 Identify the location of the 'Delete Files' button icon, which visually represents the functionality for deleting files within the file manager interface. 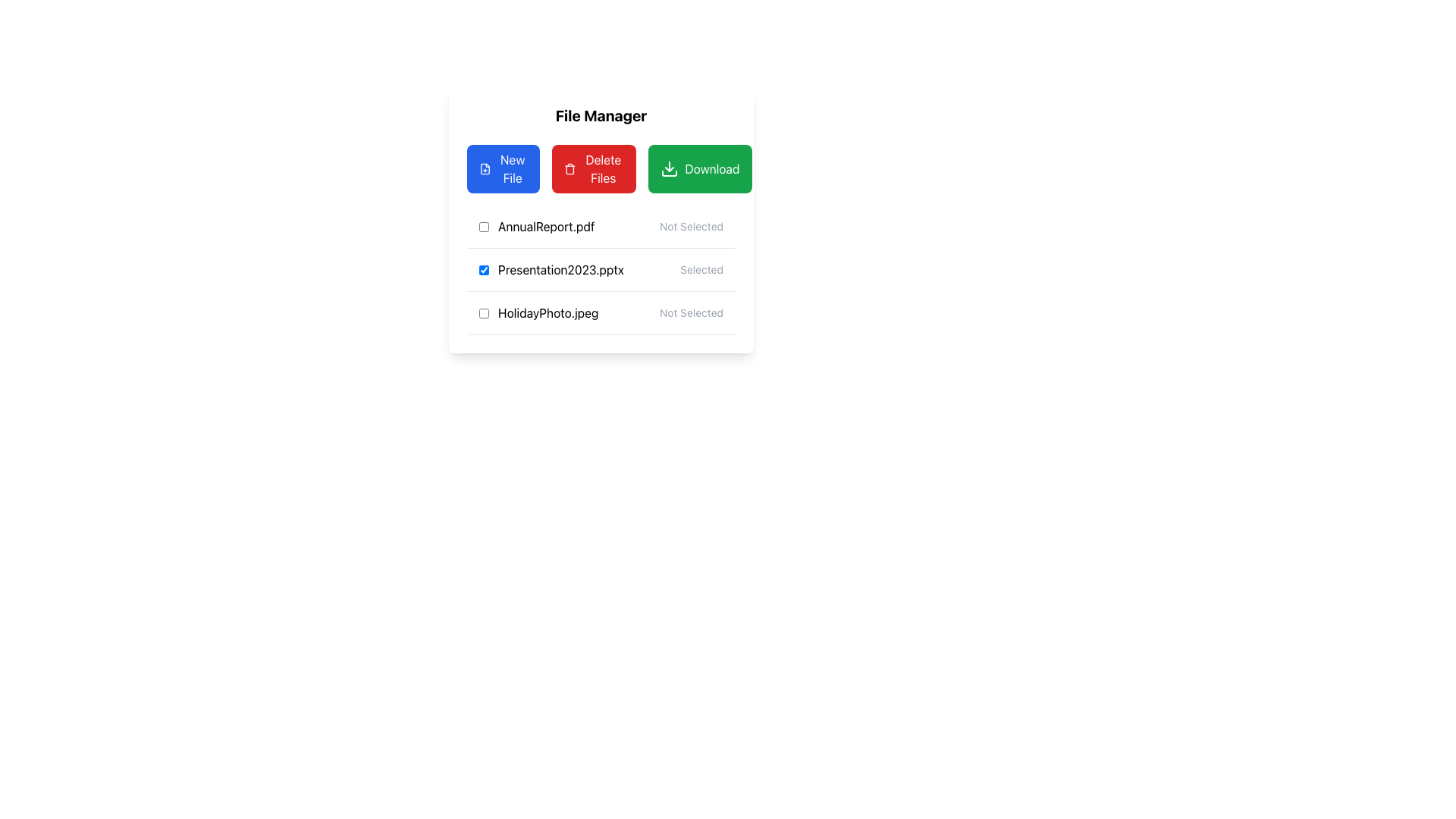
(570, 169).